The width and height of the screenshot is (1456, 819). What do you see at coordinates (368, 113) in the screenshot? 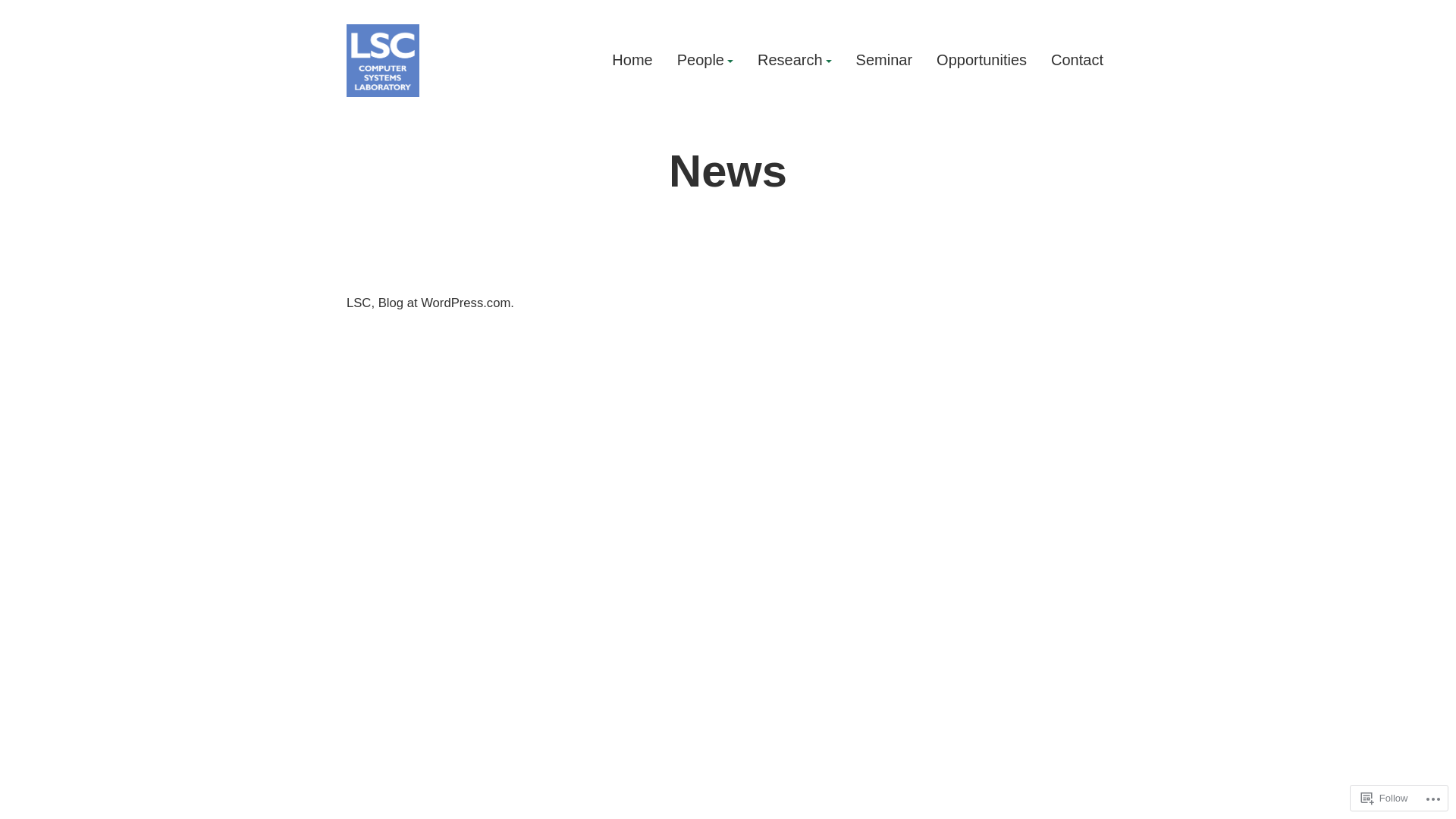
I see `'LSC'` at bounding box center [368, 113].